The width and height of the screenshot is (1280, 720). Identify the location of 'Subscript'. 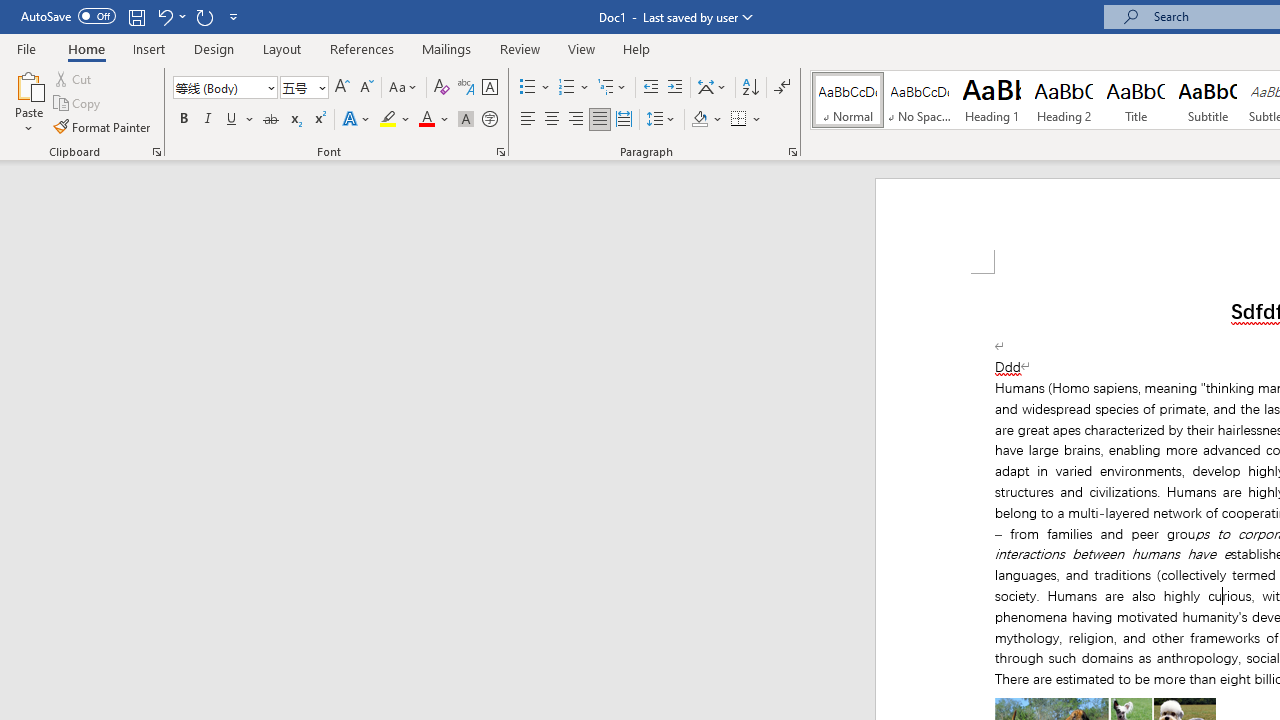
(294, 119).